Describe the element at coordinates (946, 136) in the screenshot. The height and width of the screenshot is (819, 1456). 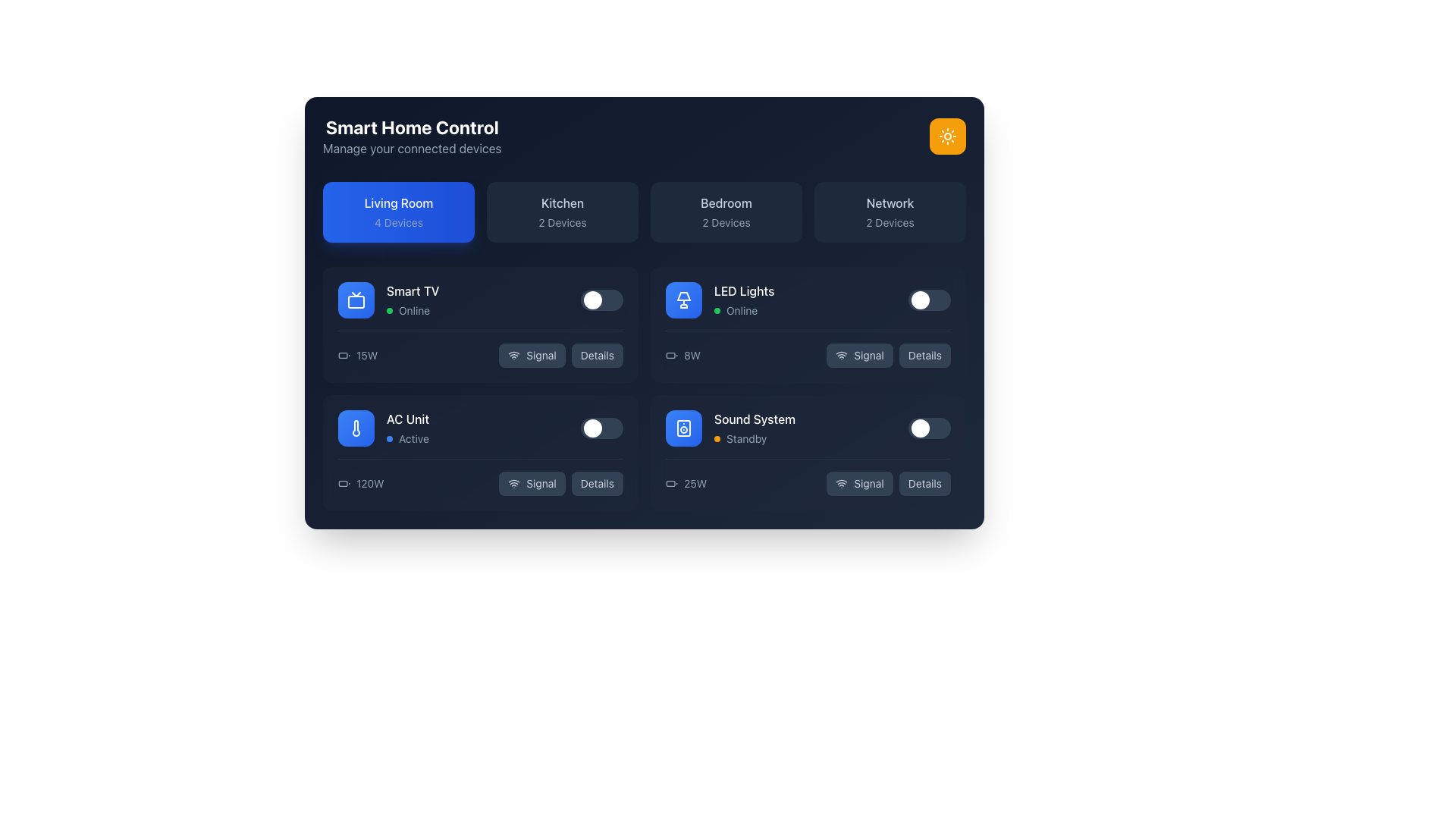
I see `the sun icon button with a white sun on a yellow-orange background located in the top-right corner of the interface` at that location.